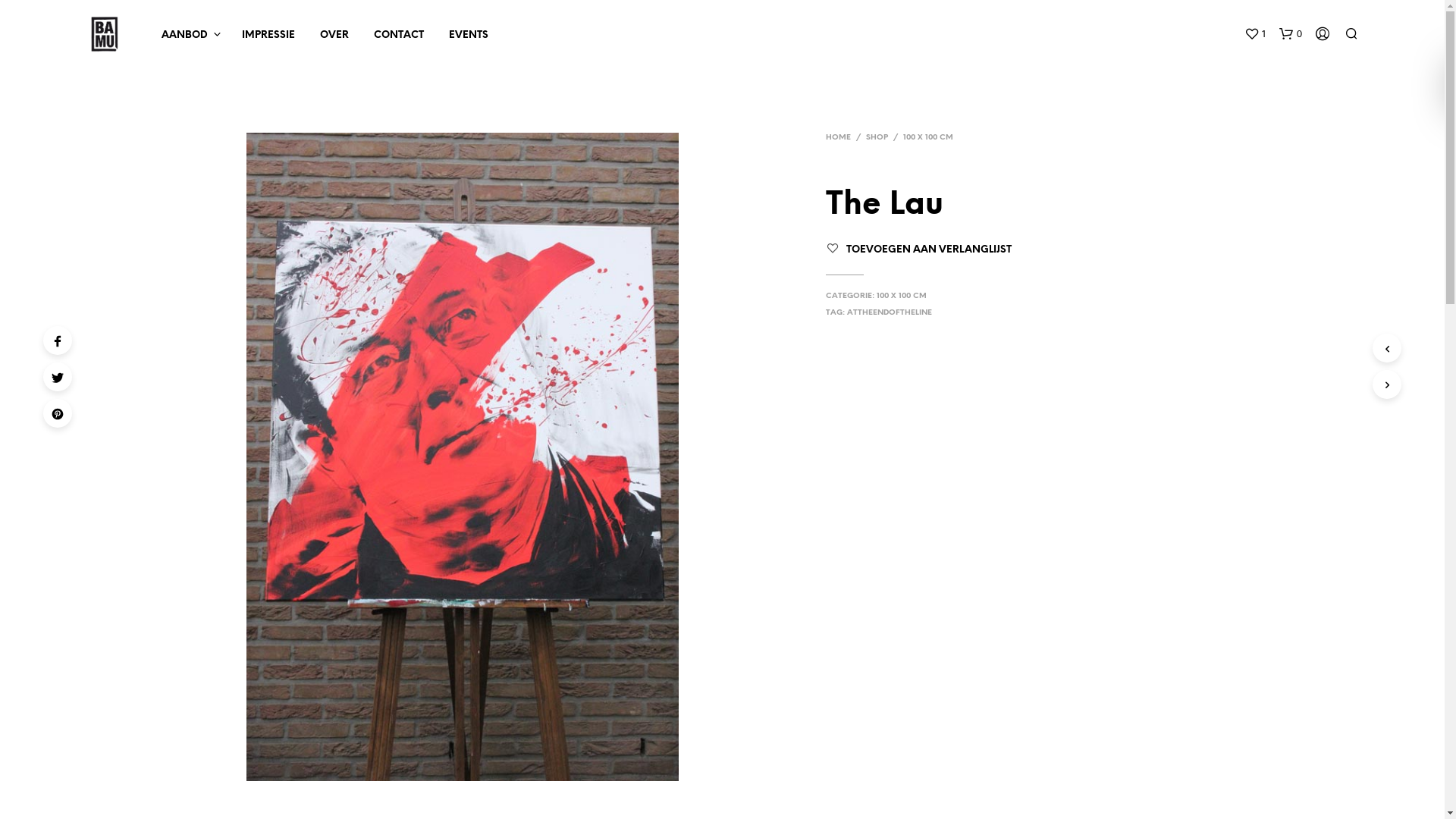  I want to click on 'EVENTS', so click(467, 34).